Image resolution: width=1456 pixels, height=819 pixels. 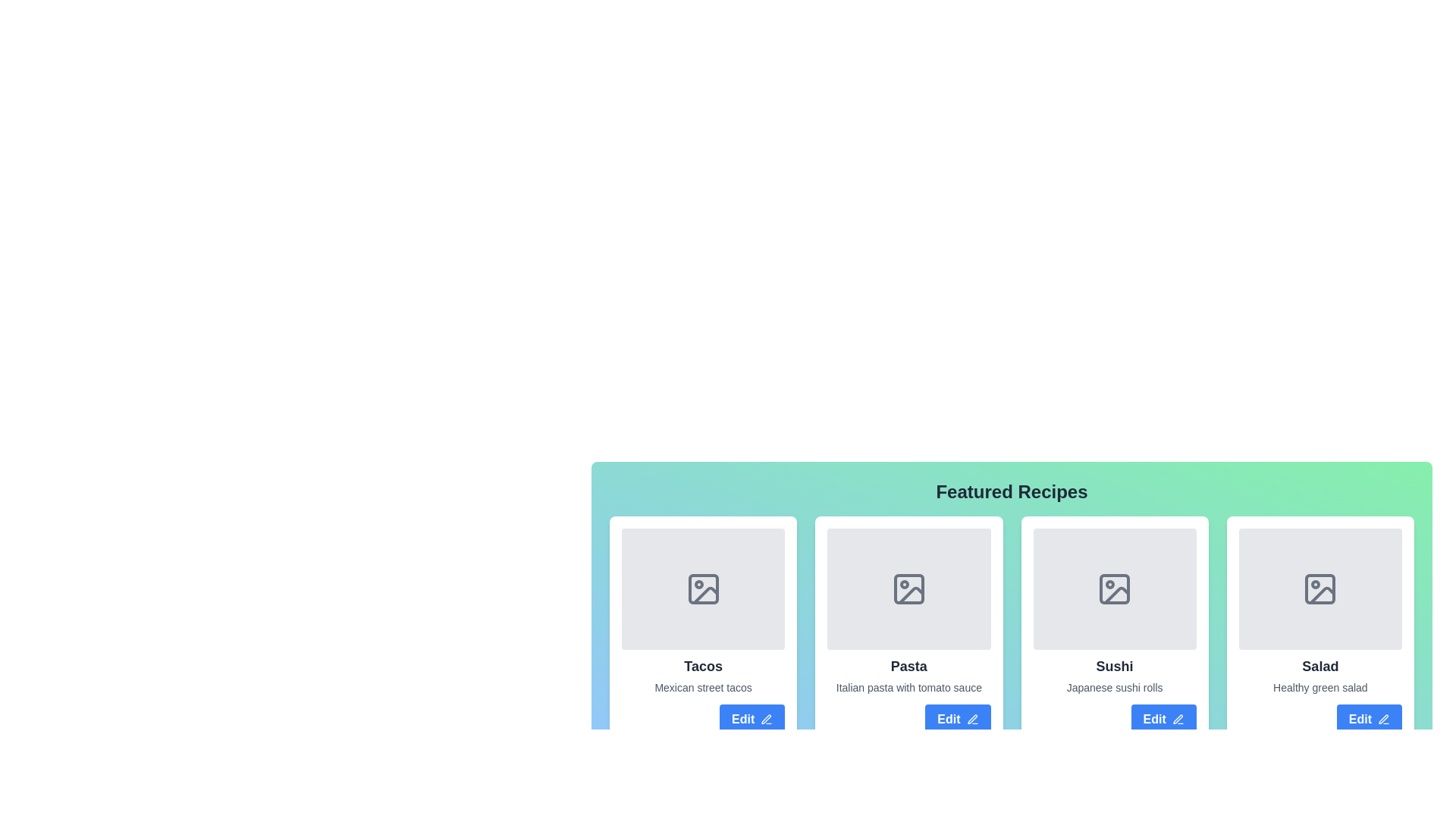 I want to click on the SVG icon located in the first card under the title 'Tacos' in the Featured Recipes section, centered inside the gray rectangle, so click(x=702, y=588).